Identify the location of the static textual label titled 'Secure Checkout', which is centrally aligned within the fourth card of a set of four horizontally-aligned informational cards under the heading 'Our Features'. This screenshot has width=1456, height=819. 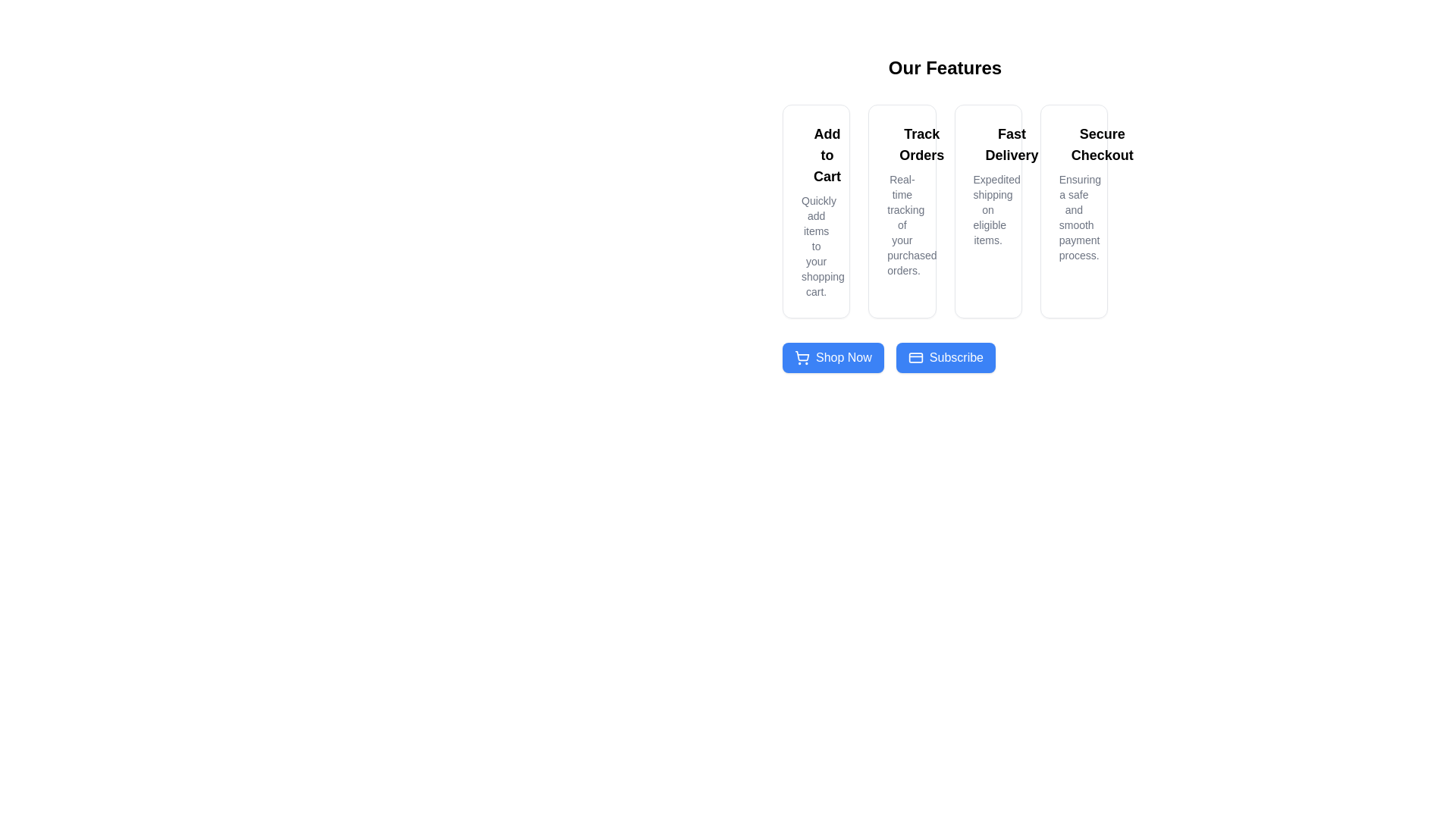
(1102, 145).